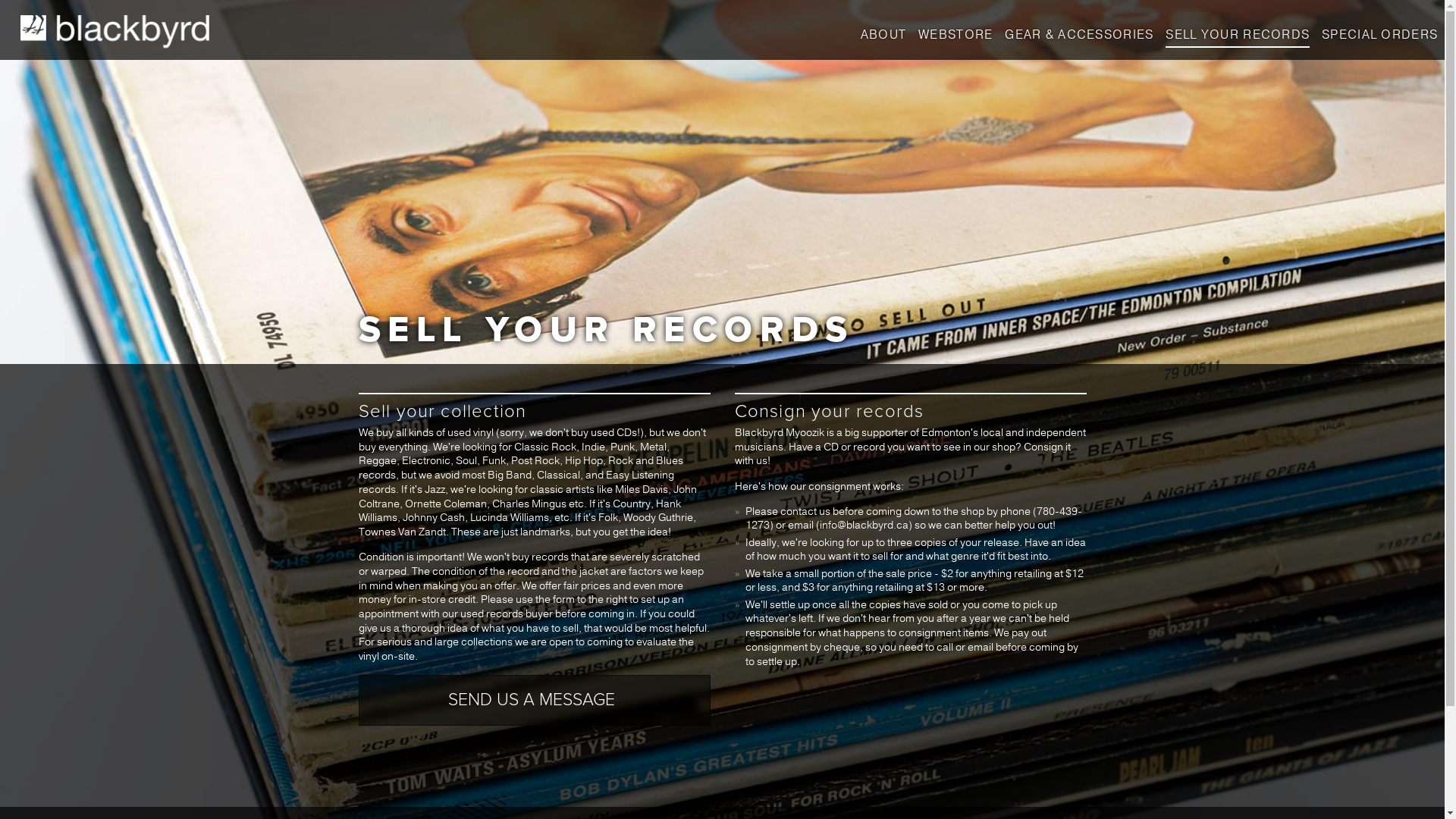 The width and height of the screenshot is (1456, 819). I want to click on 'SPECIAL ORDERS', so click(1379, 34).